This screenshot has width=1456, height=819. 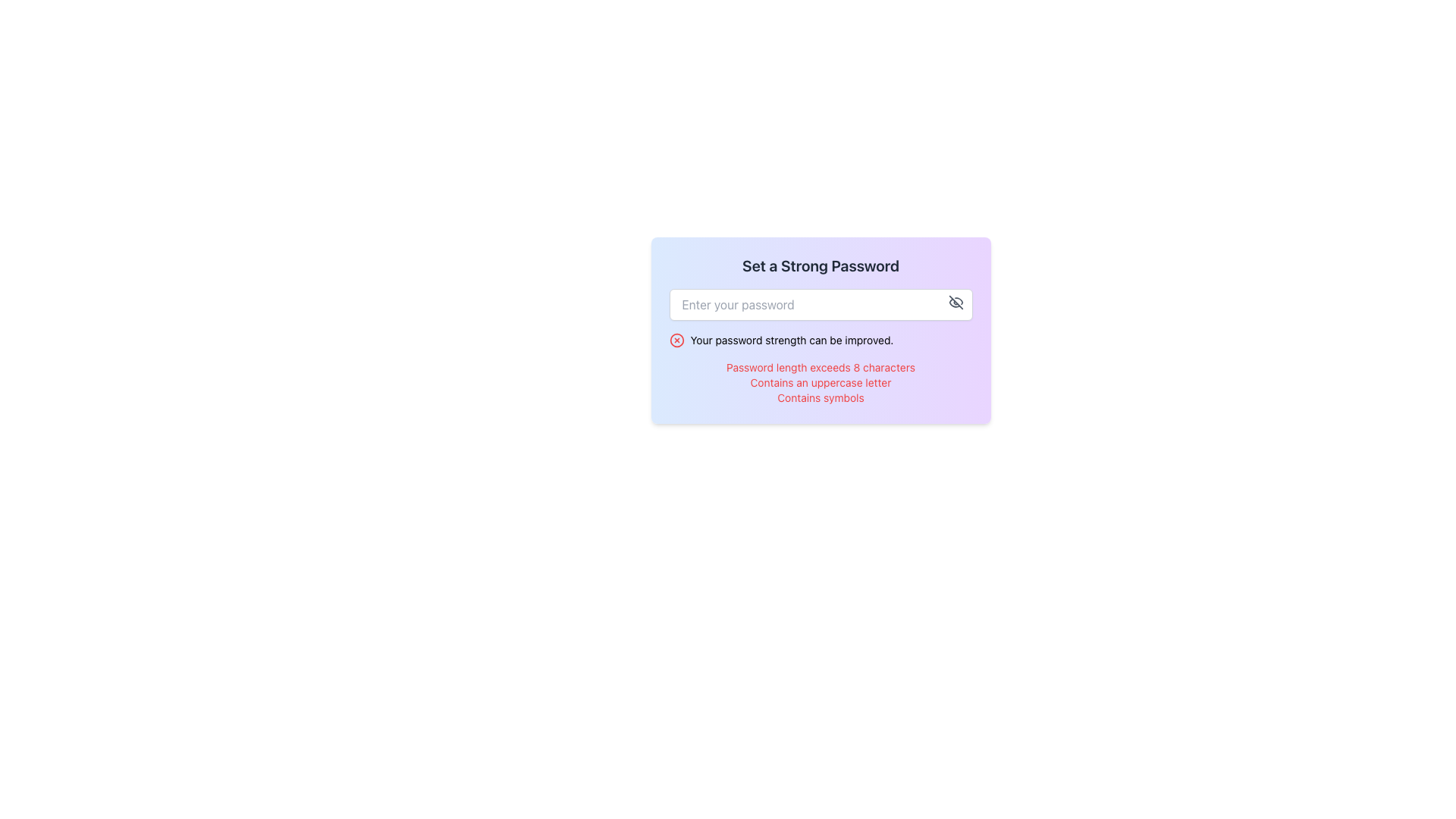 I want to click on text items that indicate the password criteria requirements, located below the message 'Your password strength can be improved', so click(x=820, y=382).